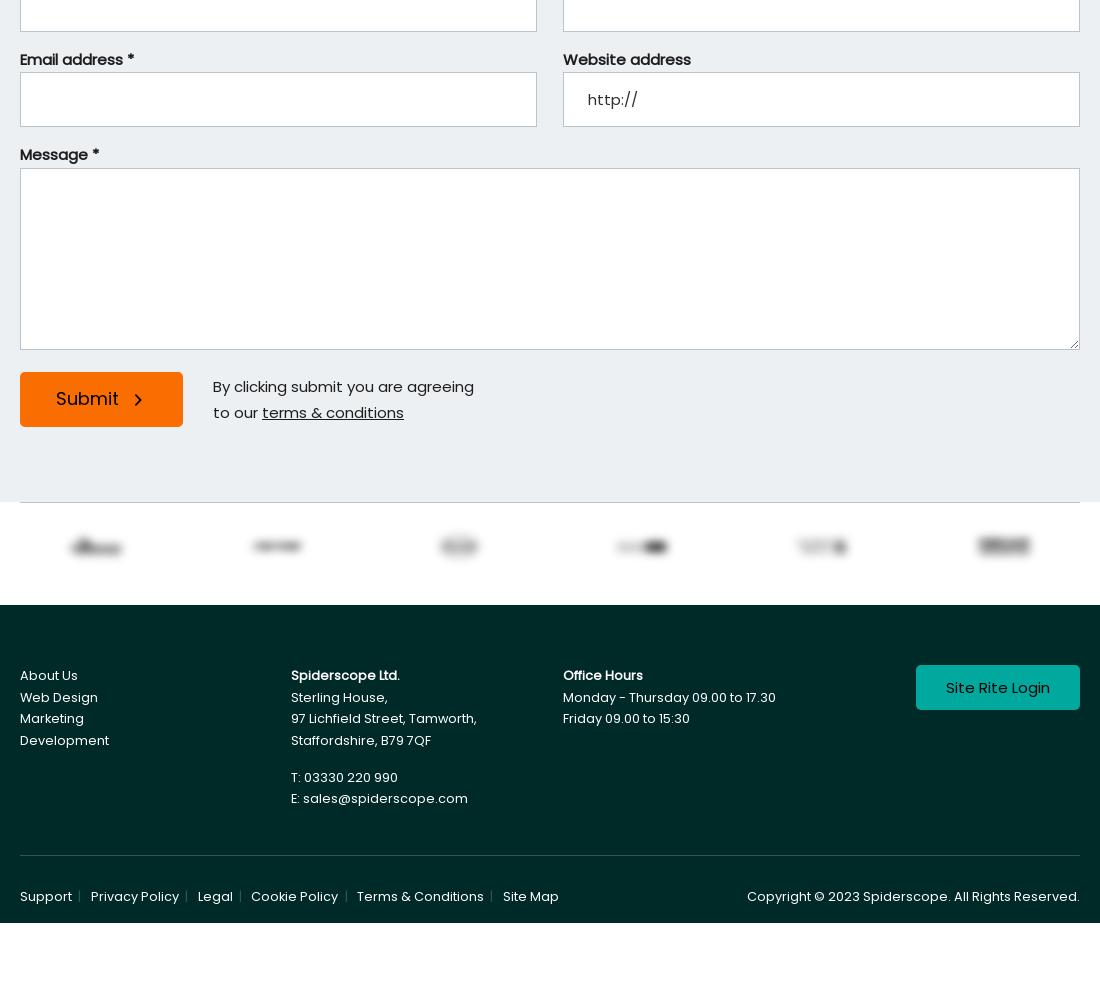  What do you see at coordinates (384, 717) in the screenshot?
I see `'97 Lichfield Street, Tamworth,'` at bounding box center [384, 717].